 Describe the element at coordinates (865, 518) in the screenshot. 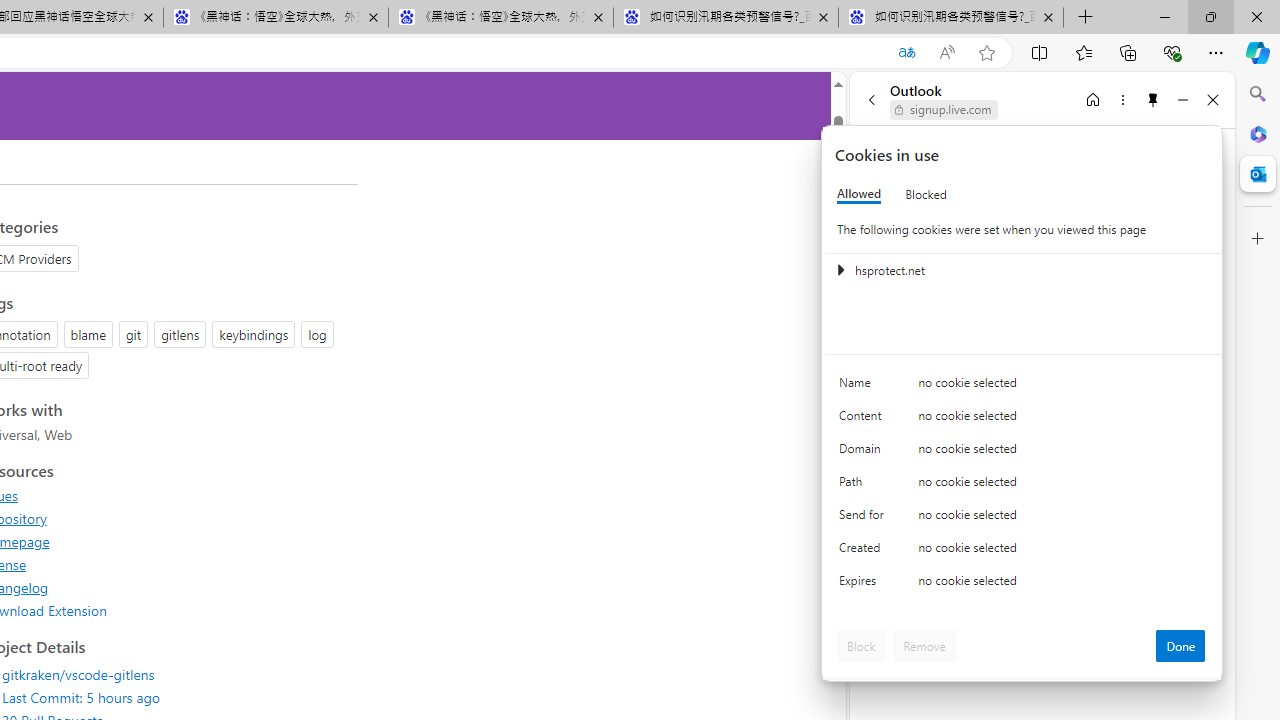

I see `'Send for'` at that location.